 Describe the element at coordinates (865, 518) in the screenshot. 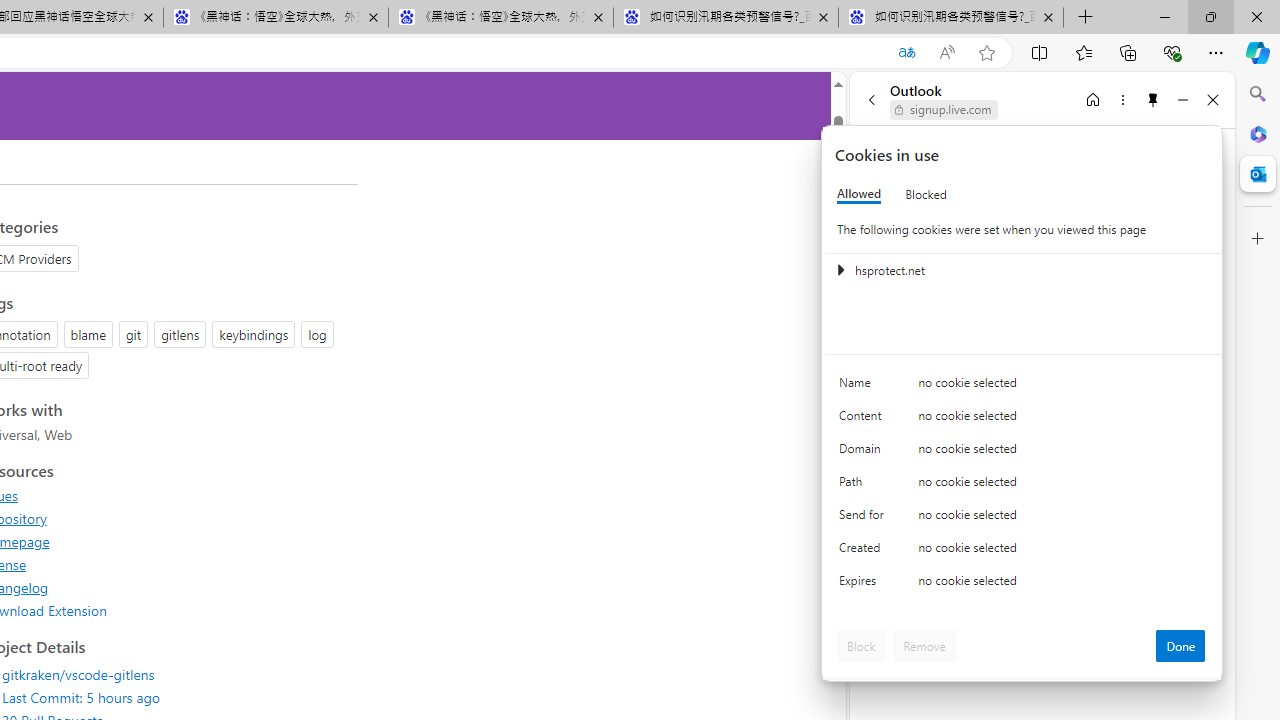

I see `'Send for'` at that location.